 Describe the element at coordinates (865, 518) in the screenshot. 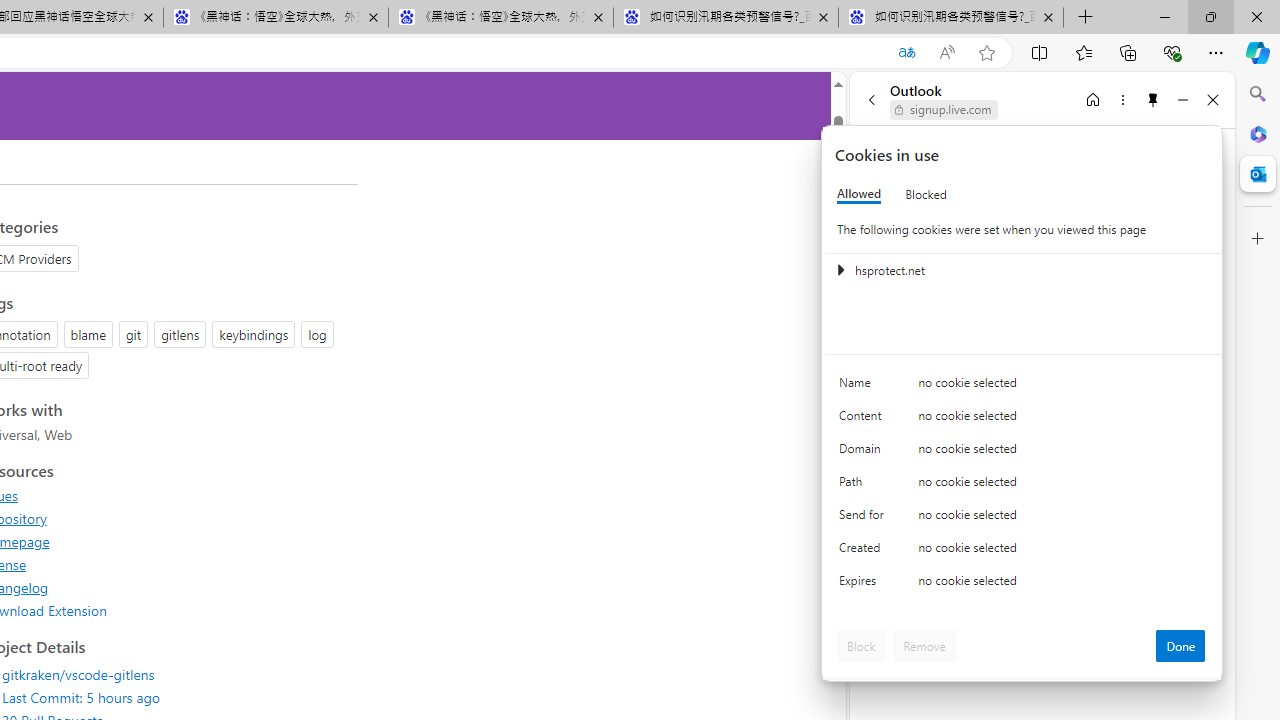

I see `'Send for'` at that location.